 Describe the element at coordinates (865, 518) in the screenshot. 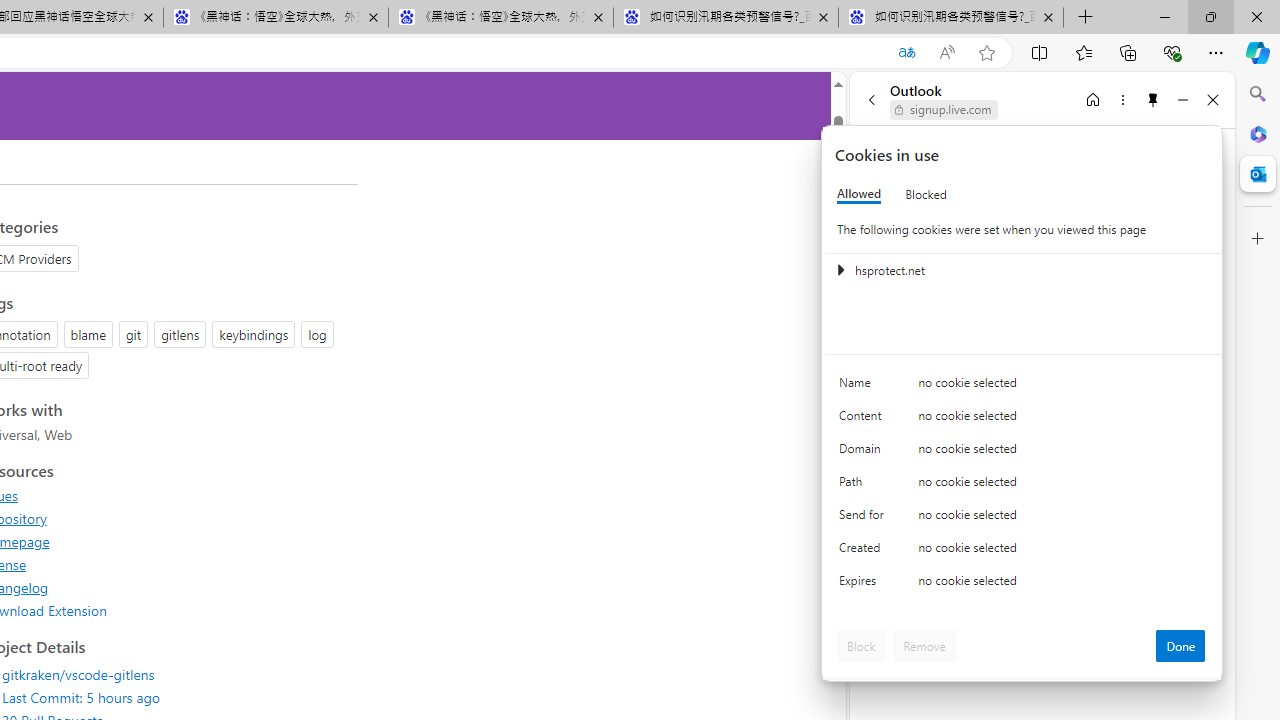

I see `'Send for'` at that location.